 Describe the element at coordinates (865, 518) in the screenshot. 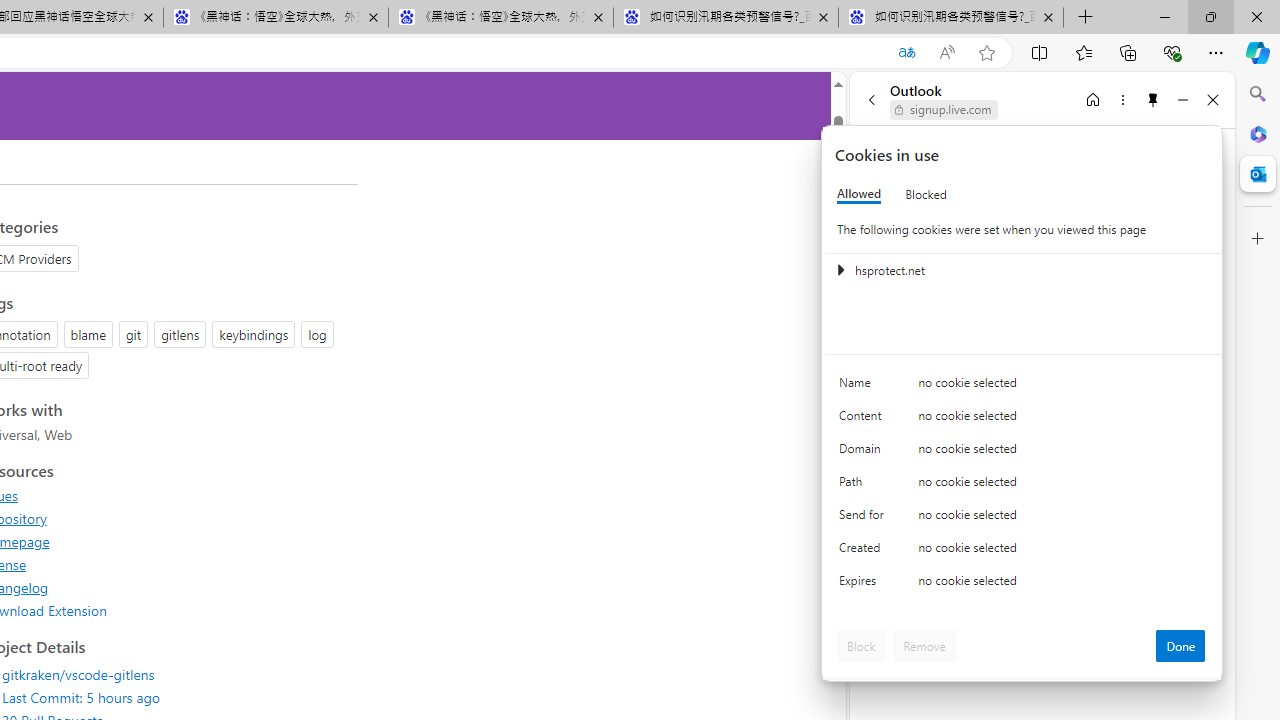

I see `'Send for'` at that location.